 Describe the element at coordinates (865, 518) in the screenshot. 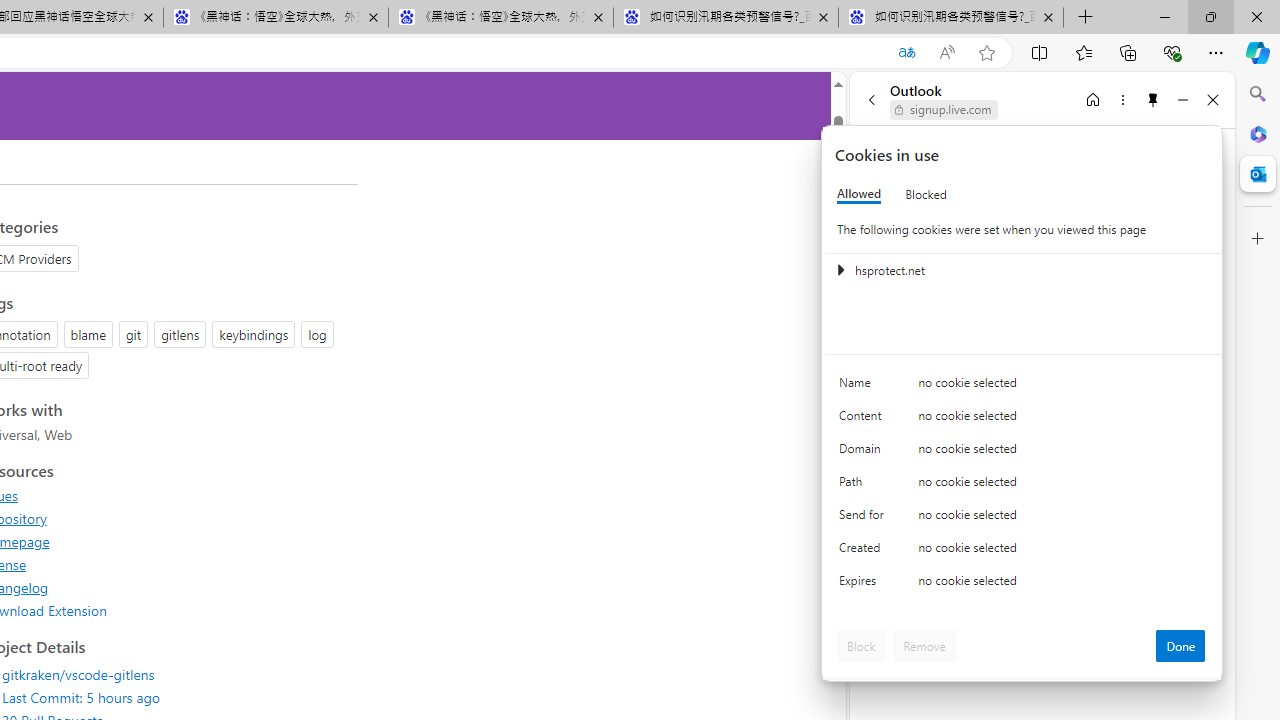

I see `'Send for'` at that location.